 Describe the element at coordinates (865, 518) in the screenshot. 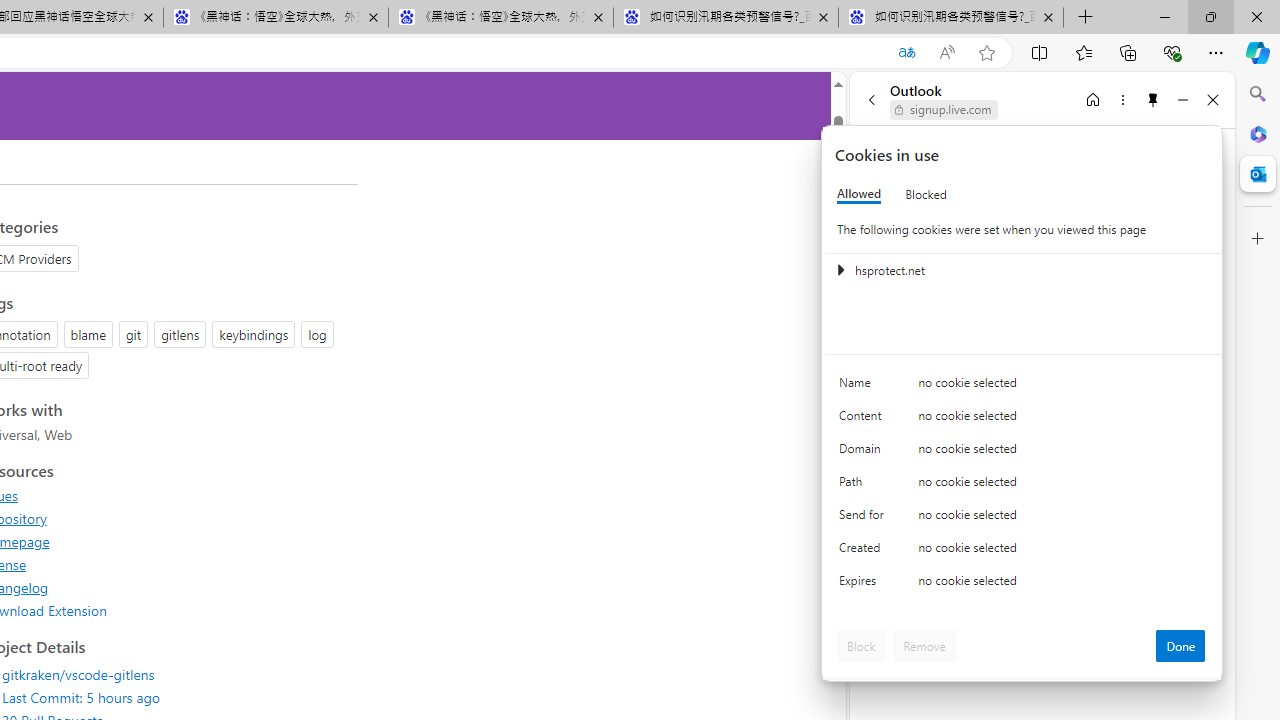

I see `'Send for'` at that location.